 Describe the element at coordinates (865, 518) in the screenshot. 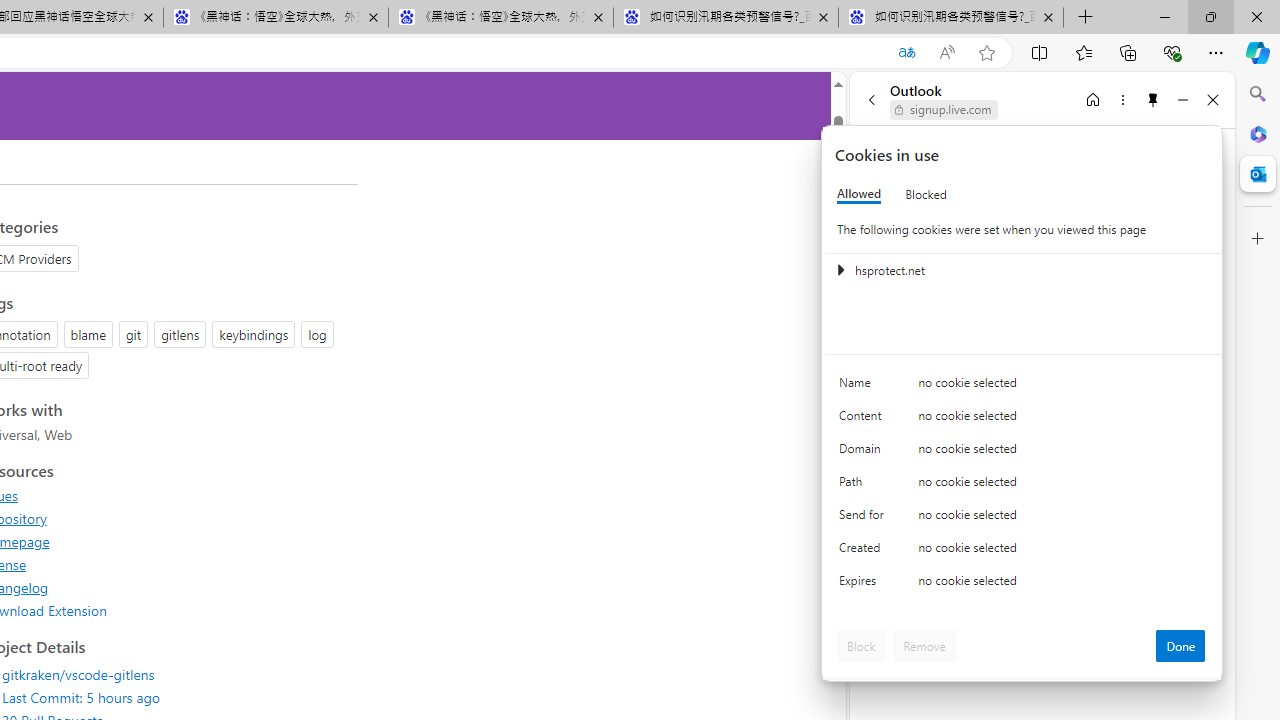

I see `'Send for'` at that location.